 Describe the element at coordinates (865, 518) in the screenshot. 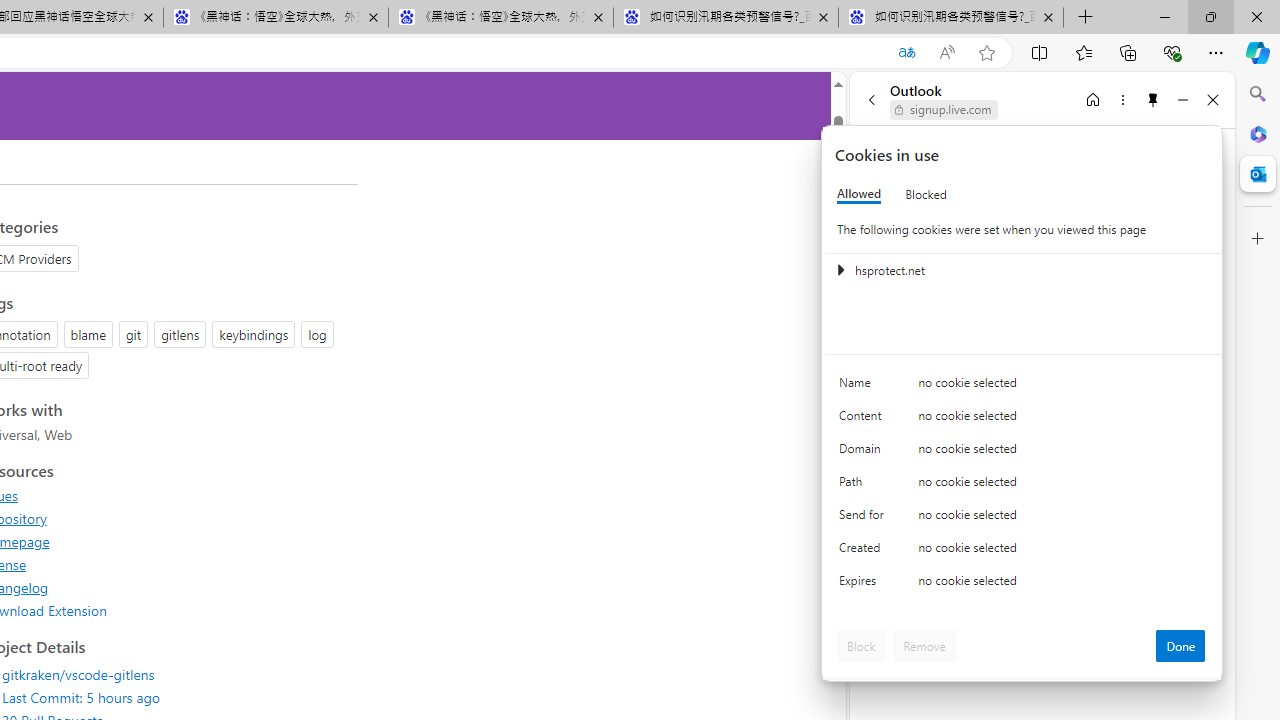

I see `'Send for'` at that location.